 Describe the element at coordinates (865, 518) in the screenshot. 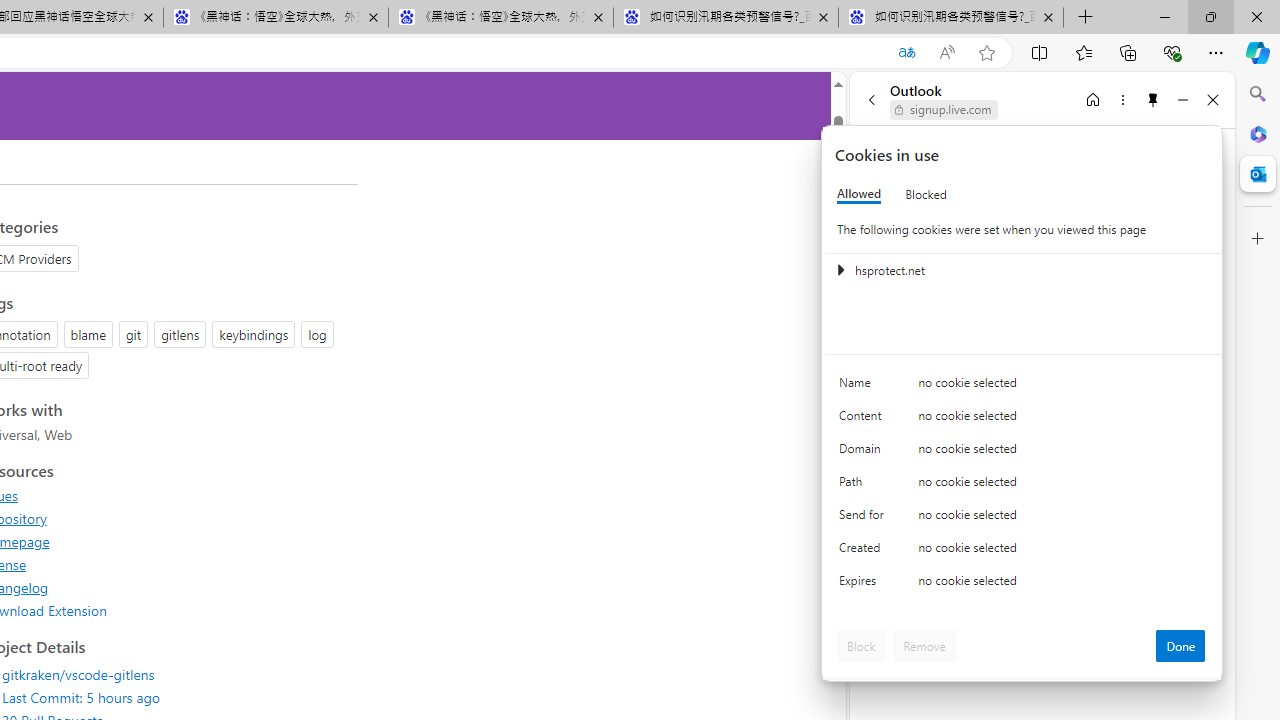

I see `'Send for'` at that location.